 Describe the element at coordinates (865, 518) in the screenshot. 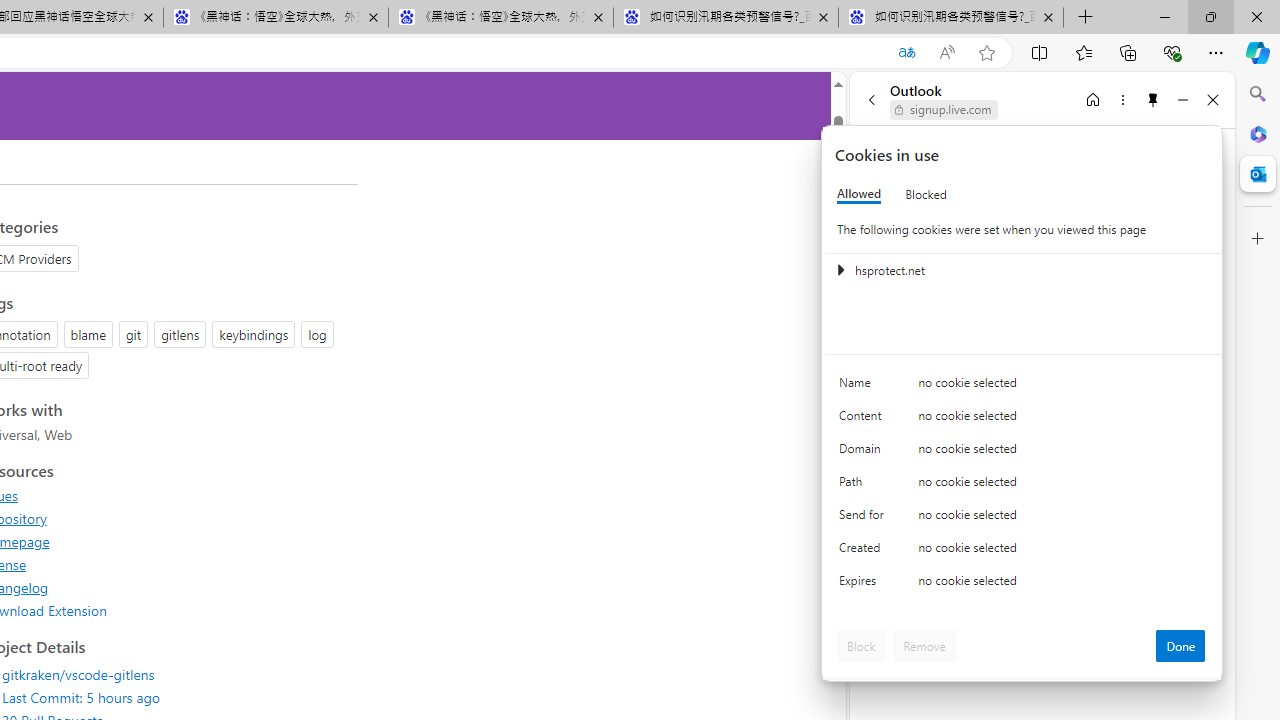

I see `'Send for'` at that location.